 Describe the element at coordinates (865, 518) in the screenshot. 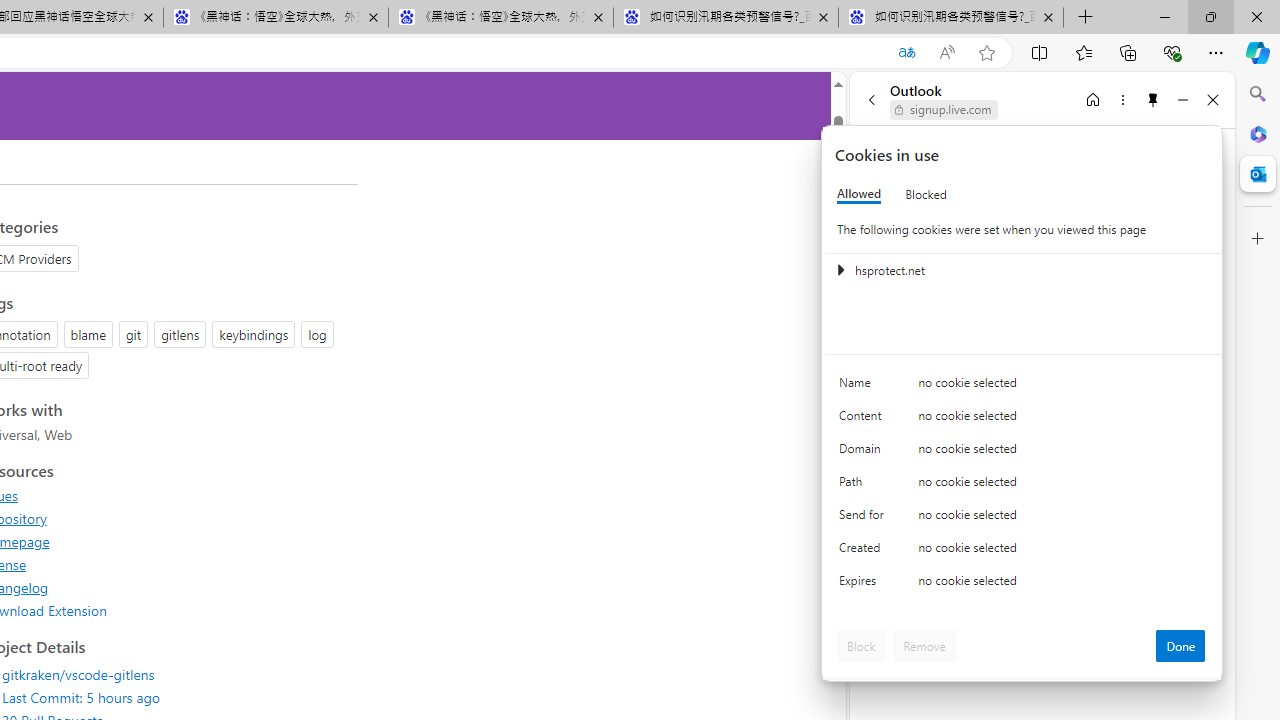

I see `'Send for'` at that location.